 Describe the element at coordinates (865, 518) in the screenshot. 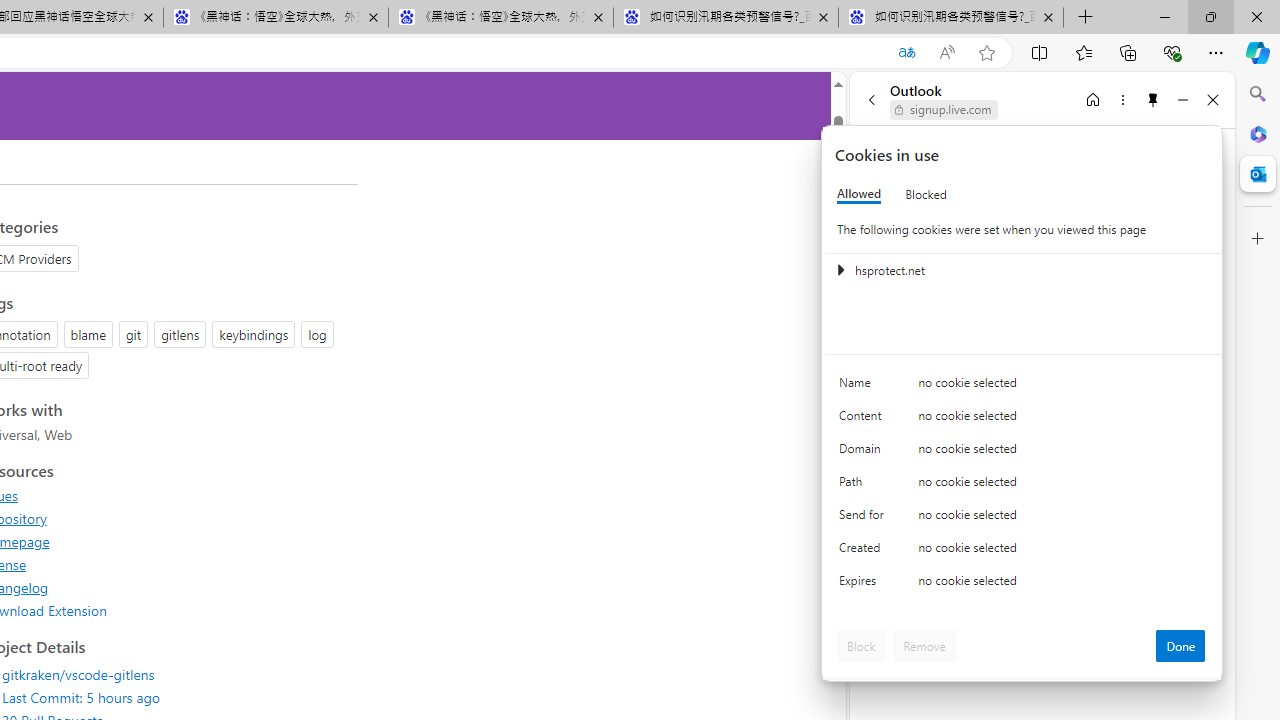

I see `'Send for'` at that location.